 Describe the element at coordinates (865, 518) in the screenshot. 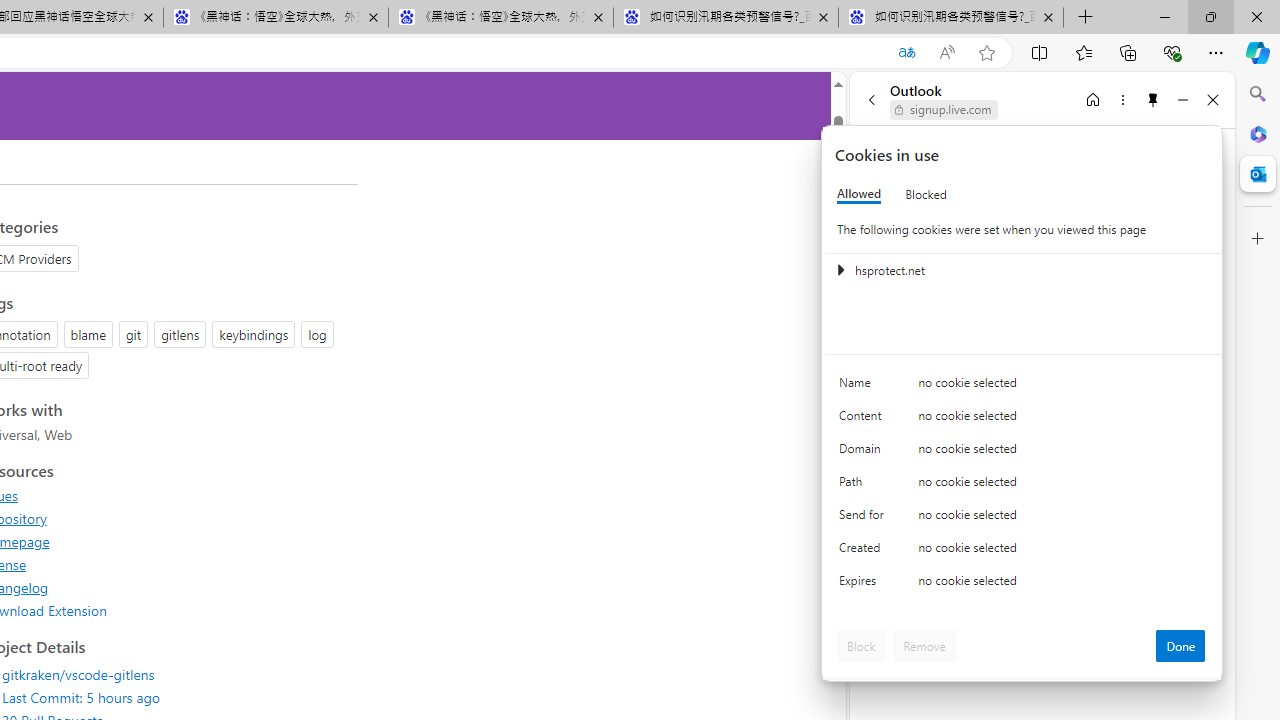

I see `'Send for'` at that location.